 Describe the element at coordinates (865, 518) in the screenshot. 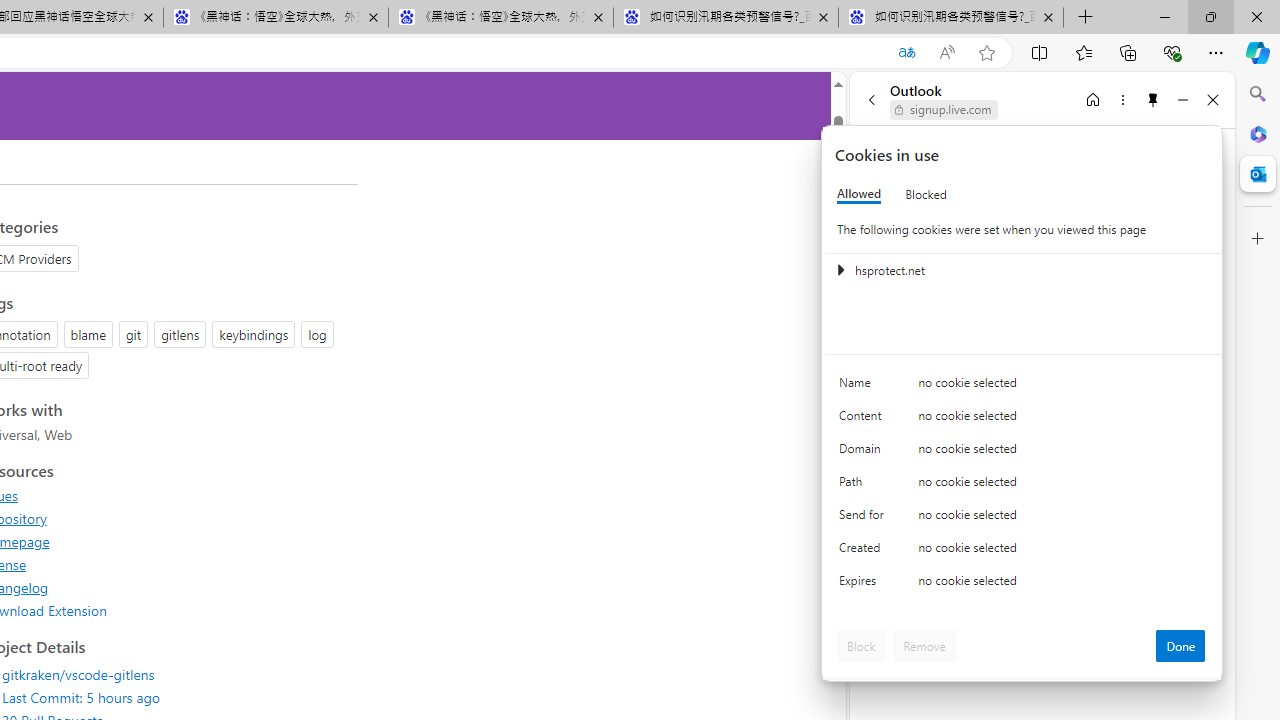

I see `'Send for'` at that location.